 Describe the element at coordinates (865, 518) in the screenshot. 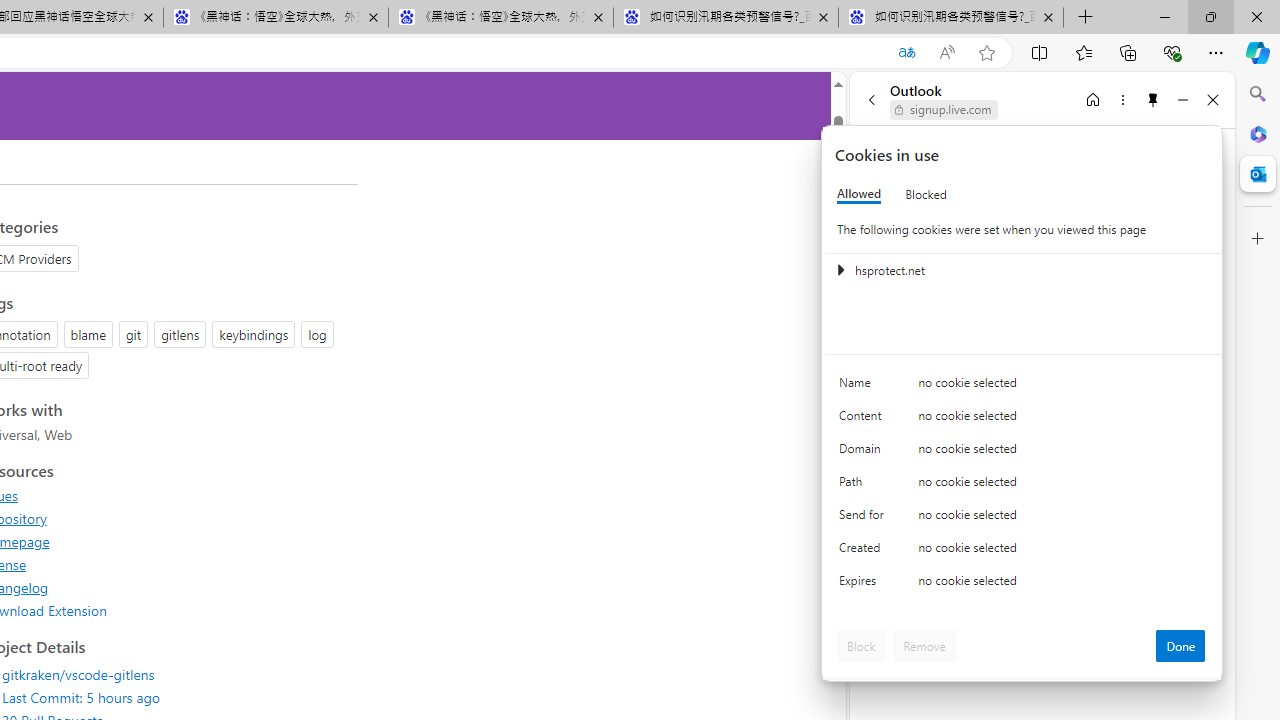

I see `'Send for'` at that location.